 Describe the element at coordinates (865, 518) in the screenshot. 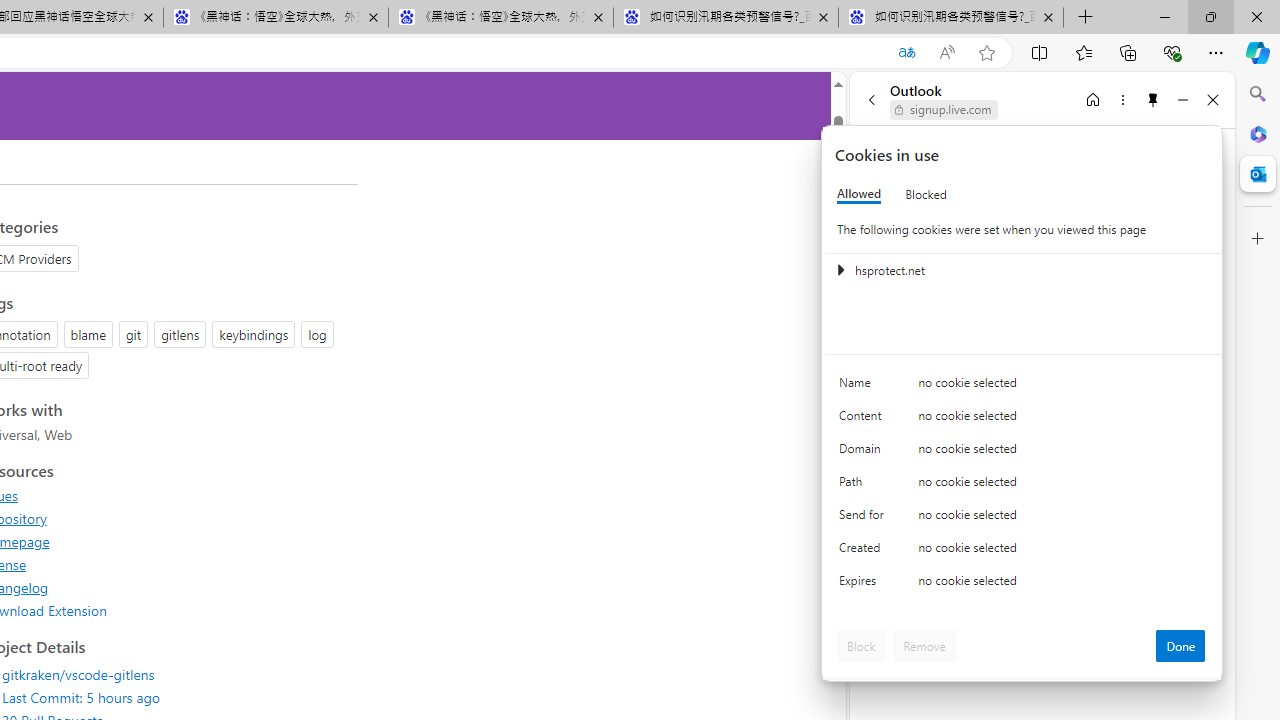

I see `'Send for'` at that location.